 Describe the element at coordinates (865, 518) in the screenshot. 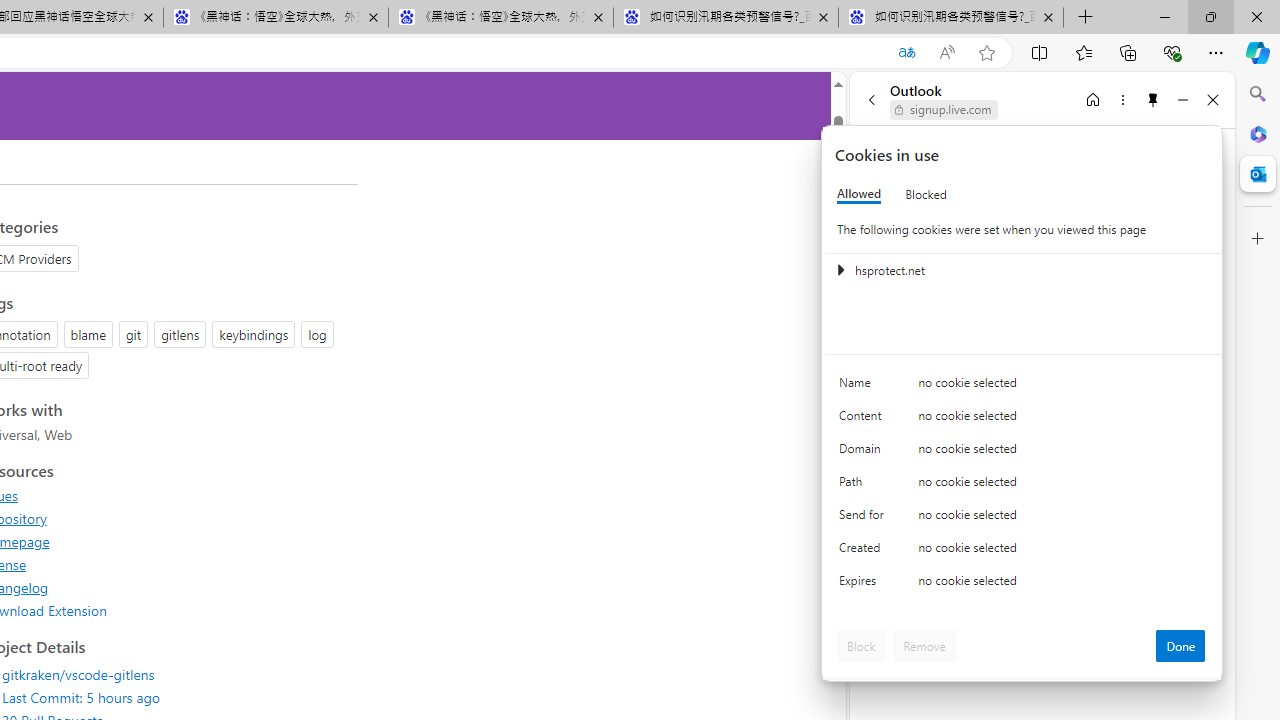

I see `'Send for'` at that location.